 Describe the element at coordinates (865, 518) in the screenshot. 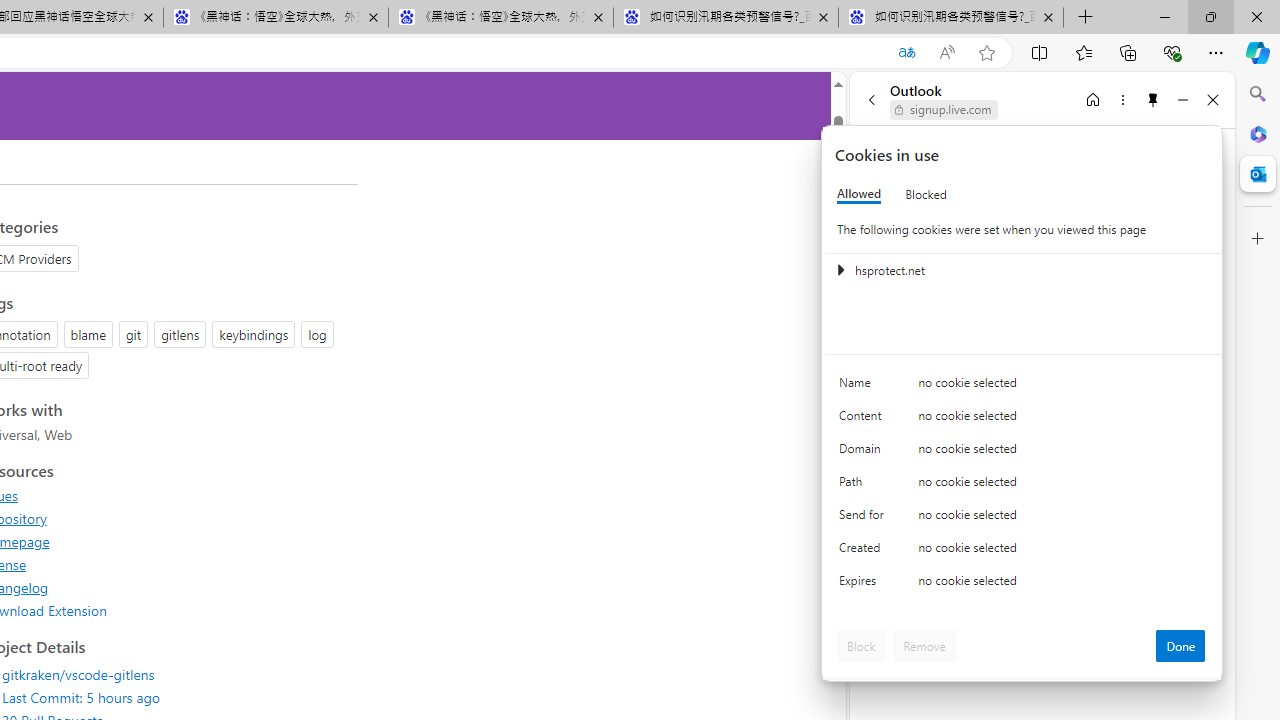

I see `'Send for'` at that location.